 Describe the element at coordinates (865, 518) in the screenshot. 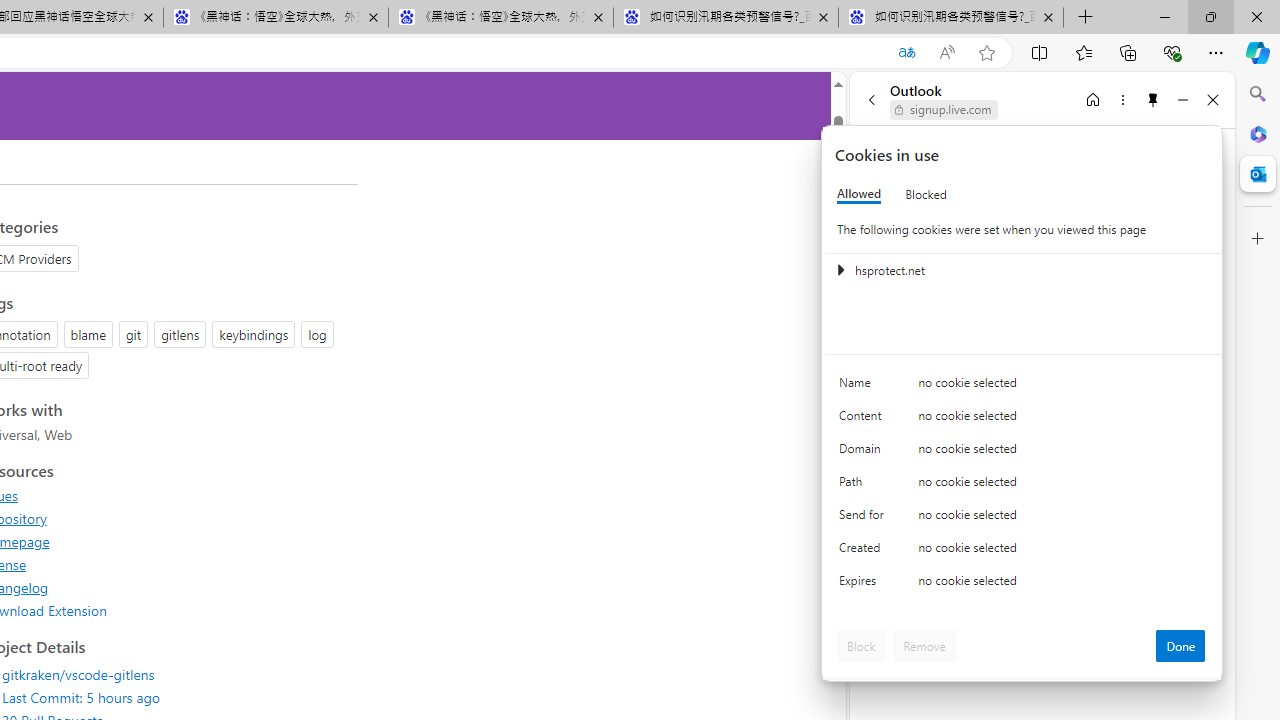

I see `'Send for'` at that location.